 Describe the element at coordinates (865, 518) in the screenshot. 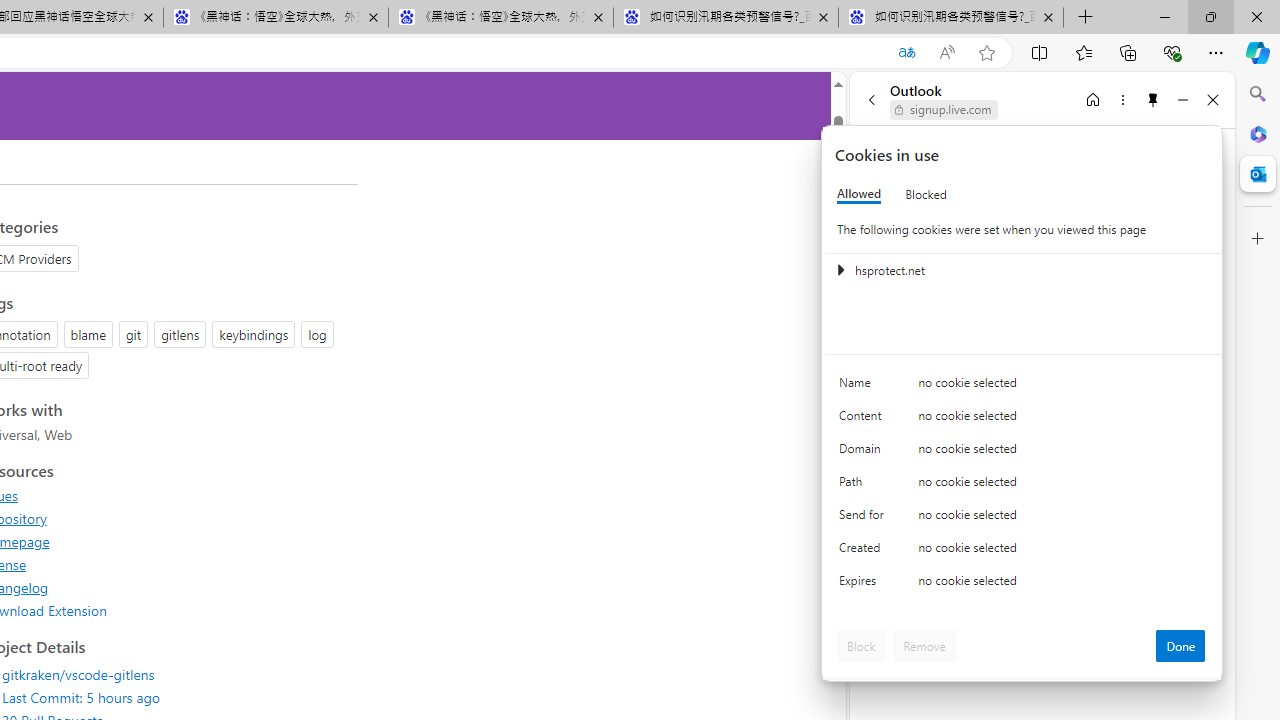

I see `'Send for'` at that location.